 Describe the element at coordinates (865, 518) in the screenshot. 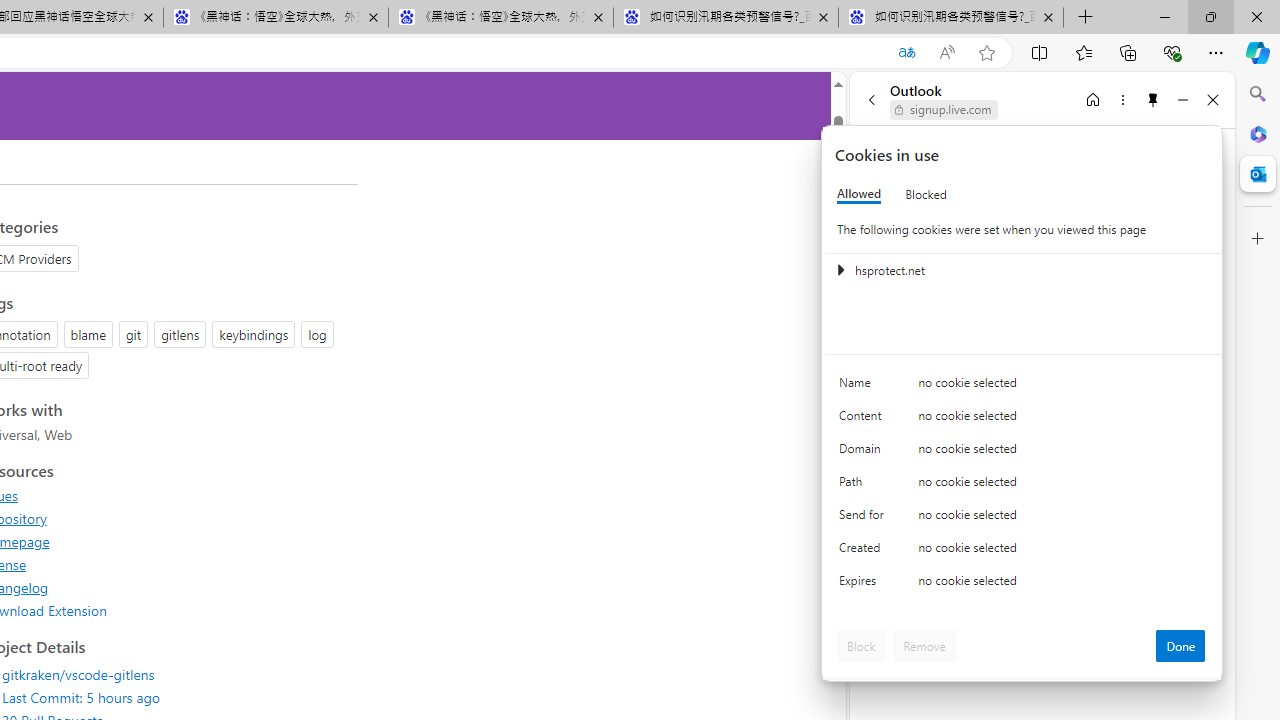

I see `'Send for'` at that location.